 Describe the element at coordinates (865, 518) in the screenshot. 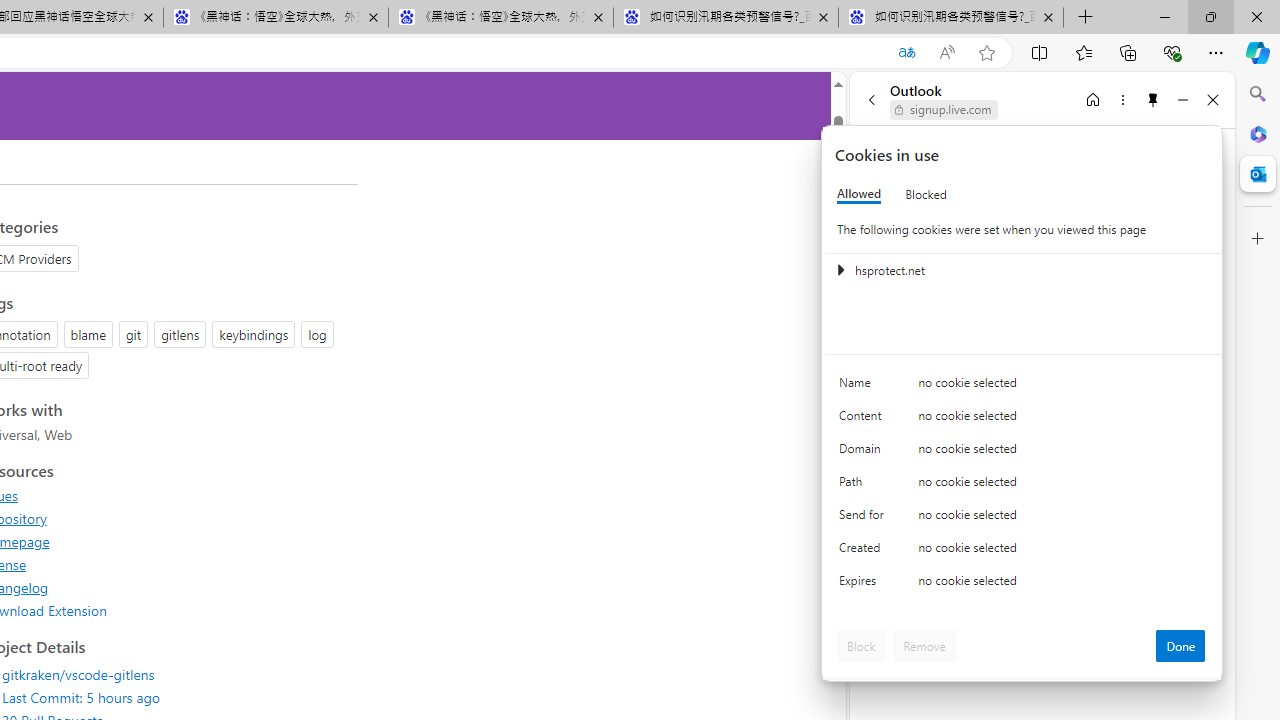

I see `'Send for'` at that location.